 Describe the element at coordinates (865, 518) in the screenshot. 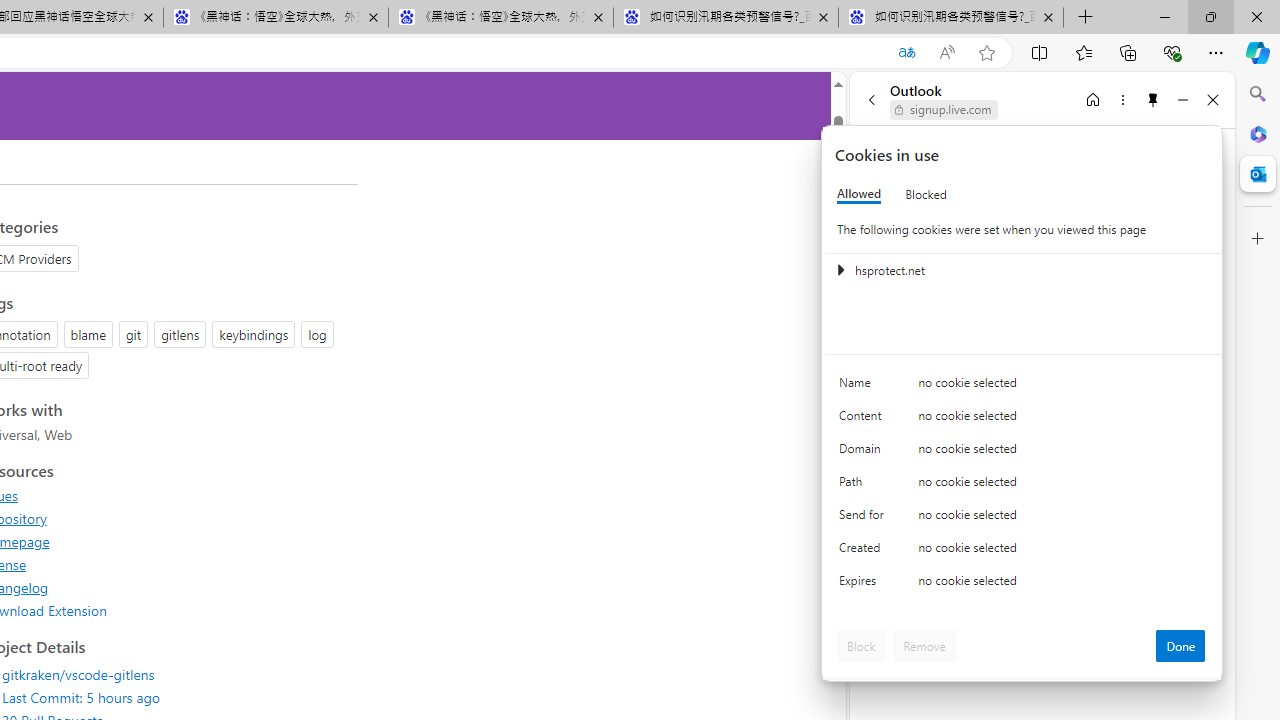

I see `'Send for'` at that location.